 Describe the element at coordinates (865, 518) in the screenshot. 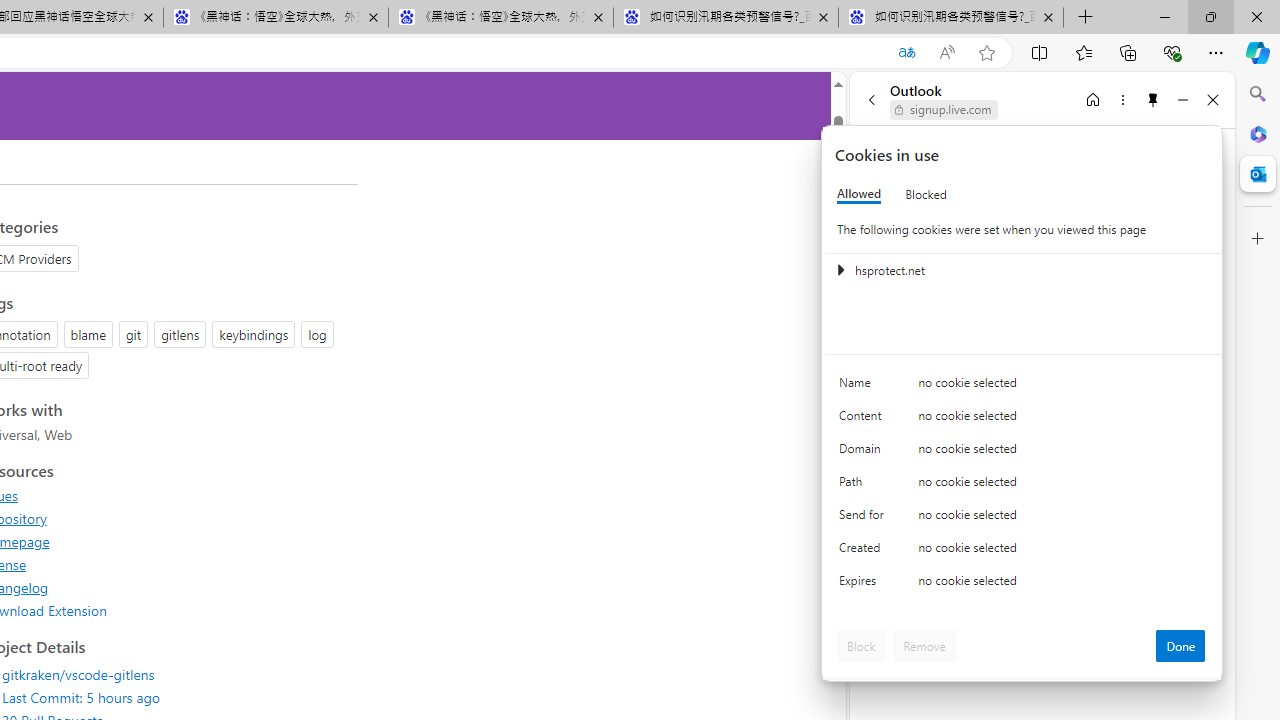

I see `'Send for'` at that location.